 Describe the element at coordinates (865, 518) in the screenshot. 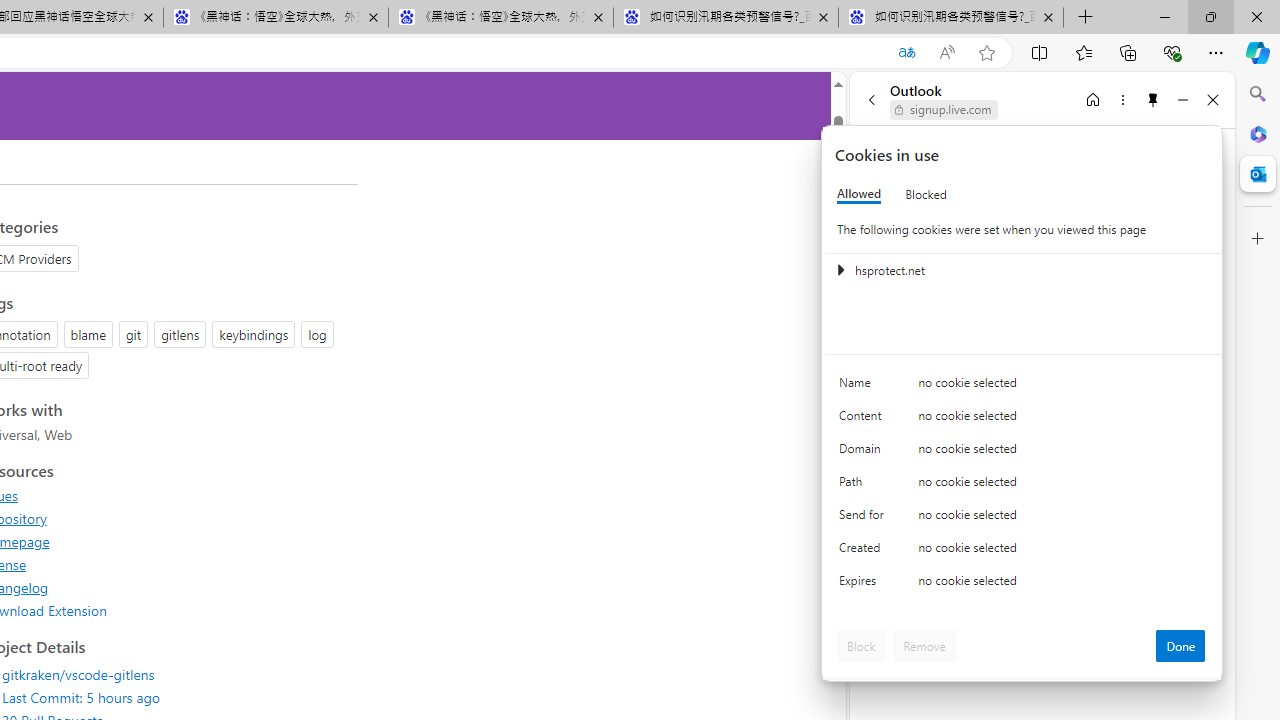

I see `'Send for'` at that location.